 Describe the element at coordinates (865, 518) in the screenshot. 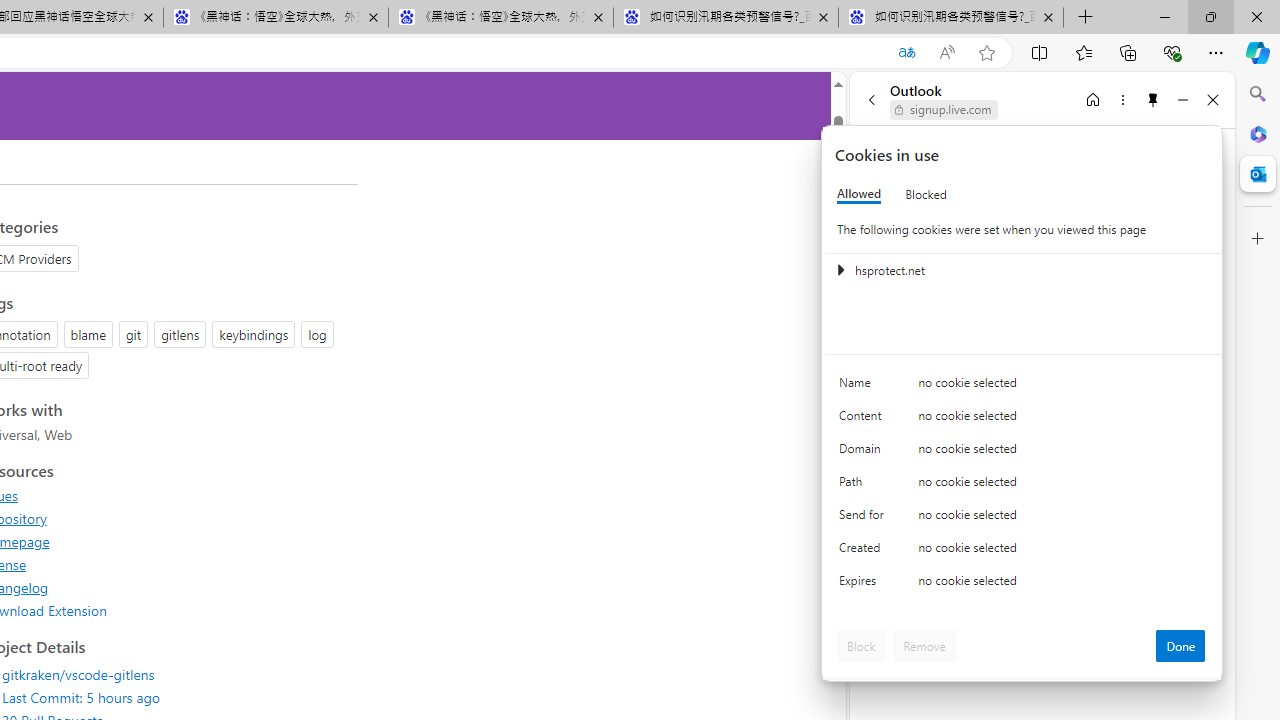

I see `'Send for'` at that location.